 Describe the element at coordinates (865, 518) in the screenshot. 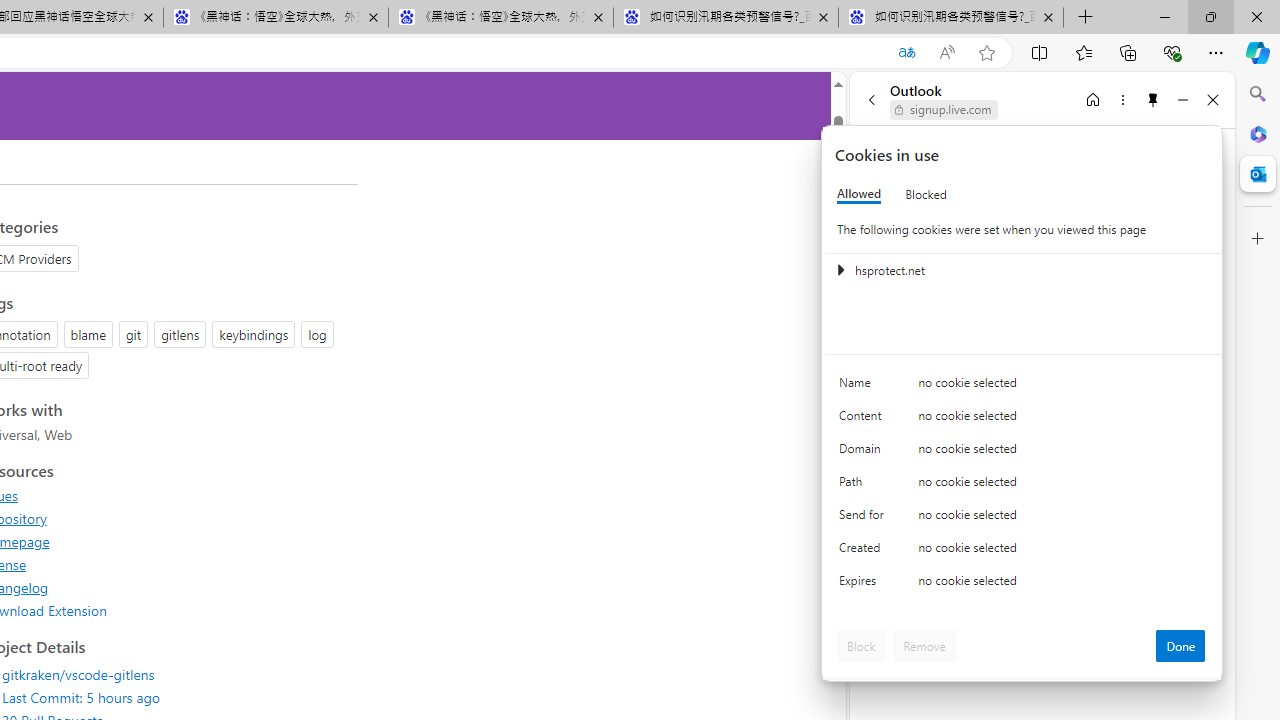

I see `'Send for'` at that location.